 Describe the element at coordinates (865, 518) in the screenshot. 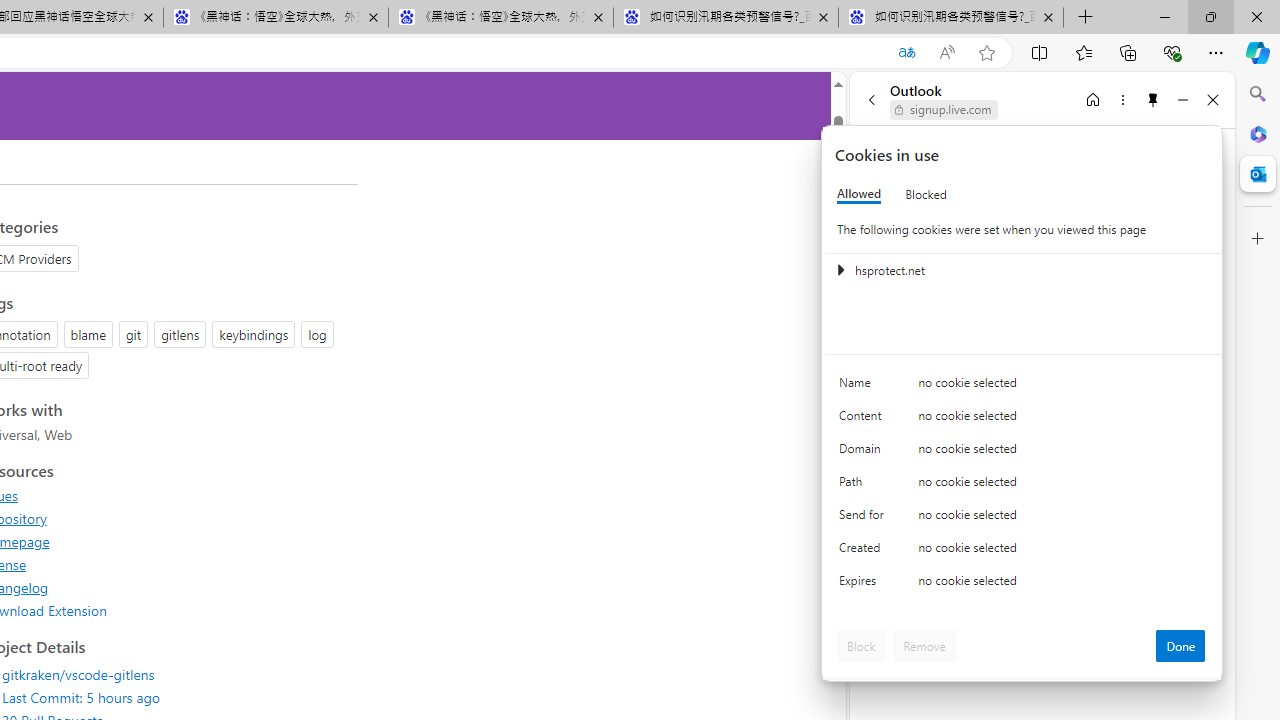

I see `'Send for'` at that location.